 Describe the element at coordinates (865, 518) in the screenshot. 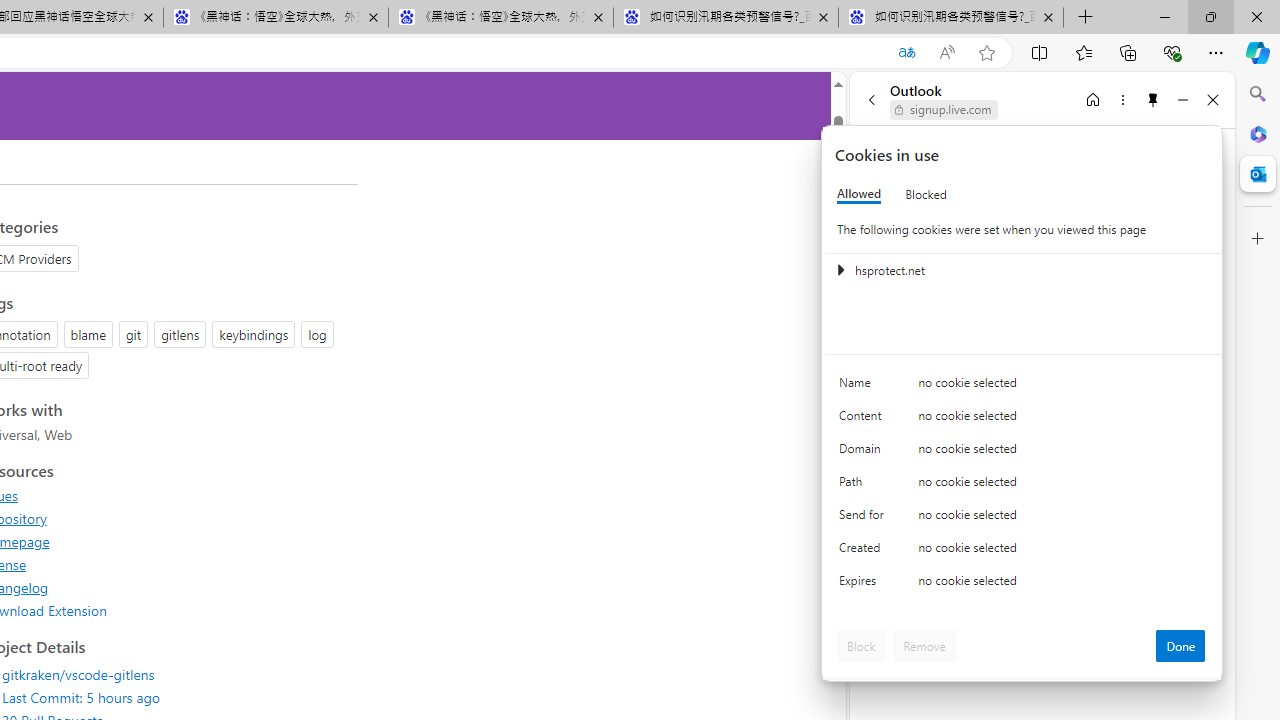

I see `'Send for'` at that location.